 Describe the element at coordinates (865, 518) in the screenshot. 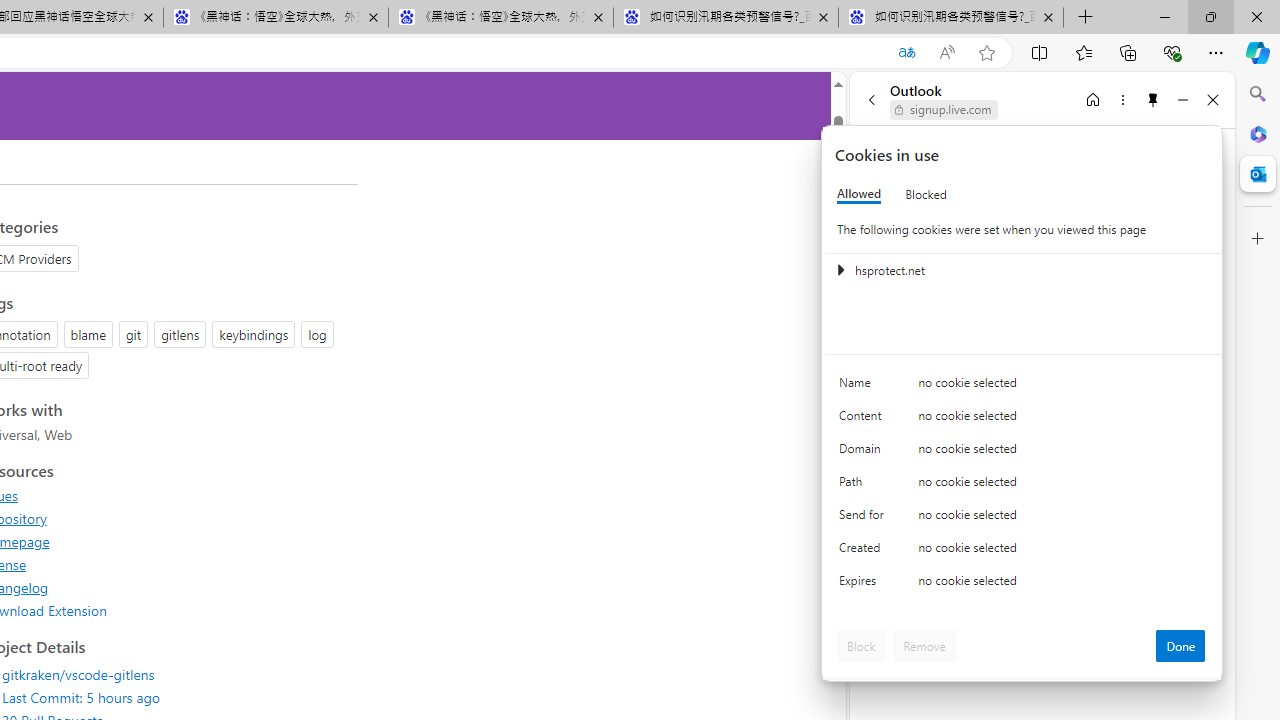

I see `'Send for'` at that location.